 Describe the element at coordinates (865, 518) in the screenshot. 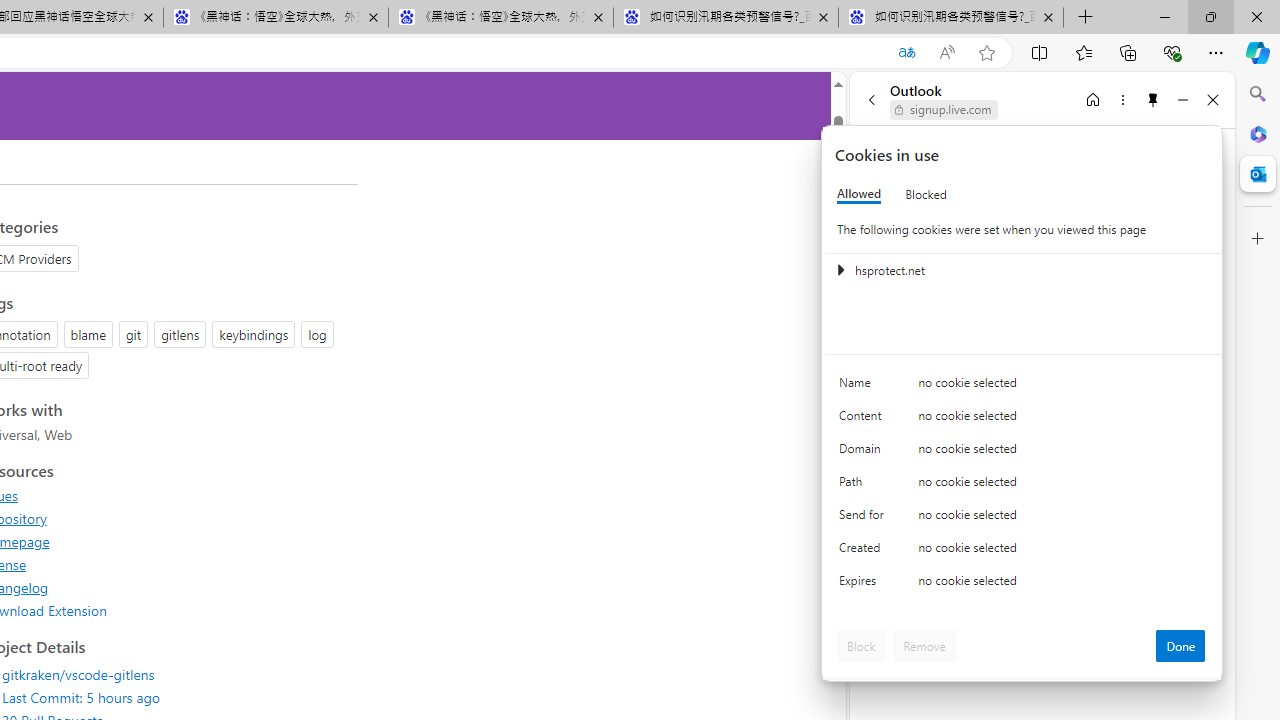

I see `'Send for'` at that location.